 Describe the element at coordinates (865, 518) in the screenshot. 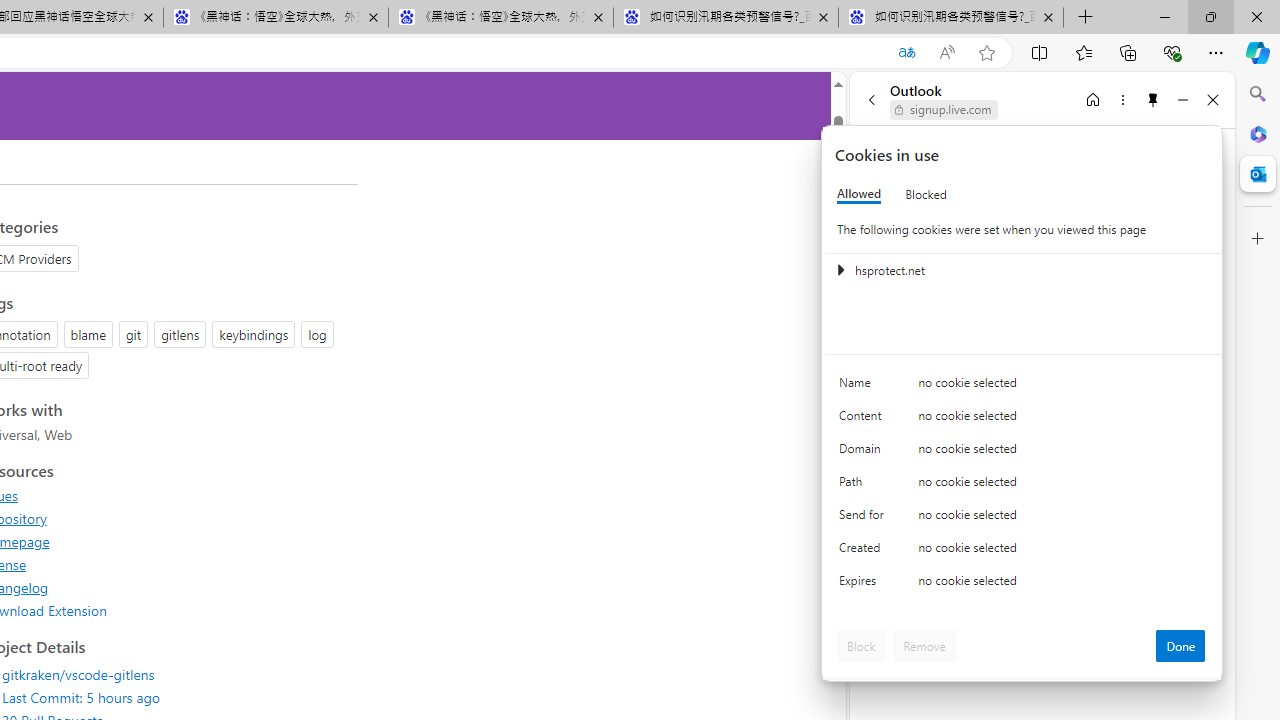

I see `'Send for'` at that location.